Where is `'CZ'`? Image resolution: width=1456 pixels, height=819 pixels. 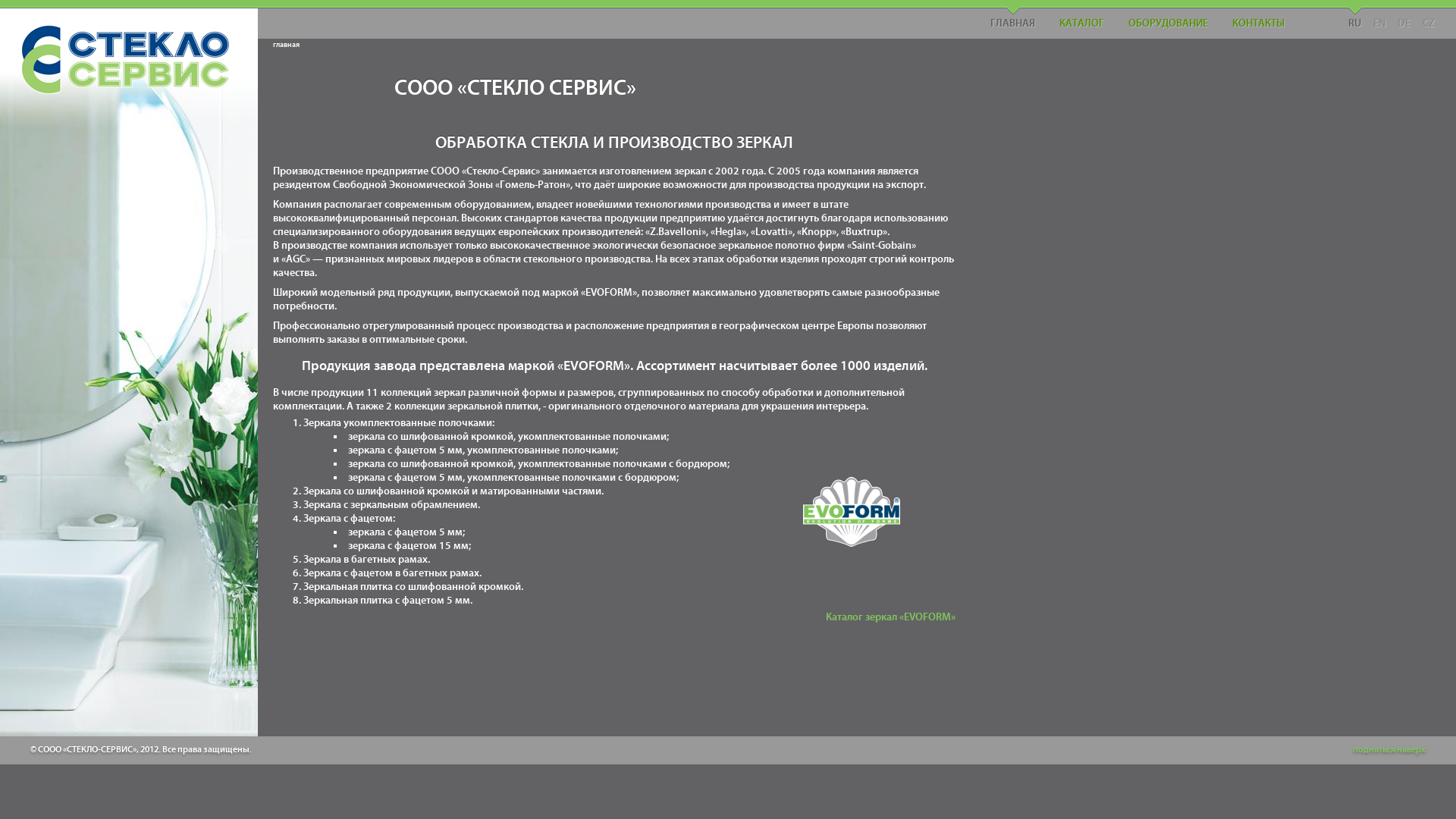
'CZ' is located at coordinates (1415, 18).